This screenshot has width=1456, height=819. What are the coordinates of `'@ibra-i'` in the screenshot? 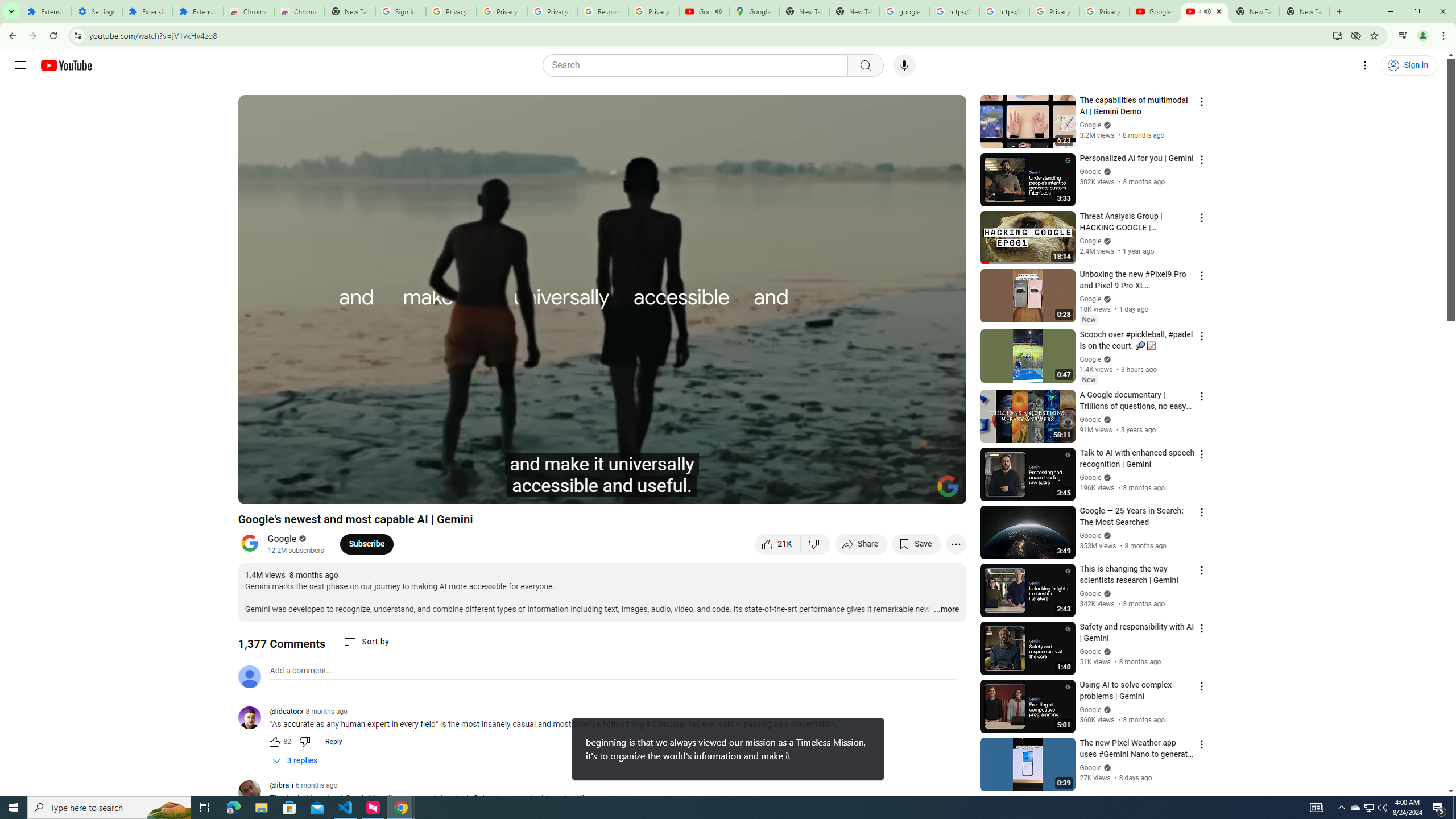 It's located at (281, 786).